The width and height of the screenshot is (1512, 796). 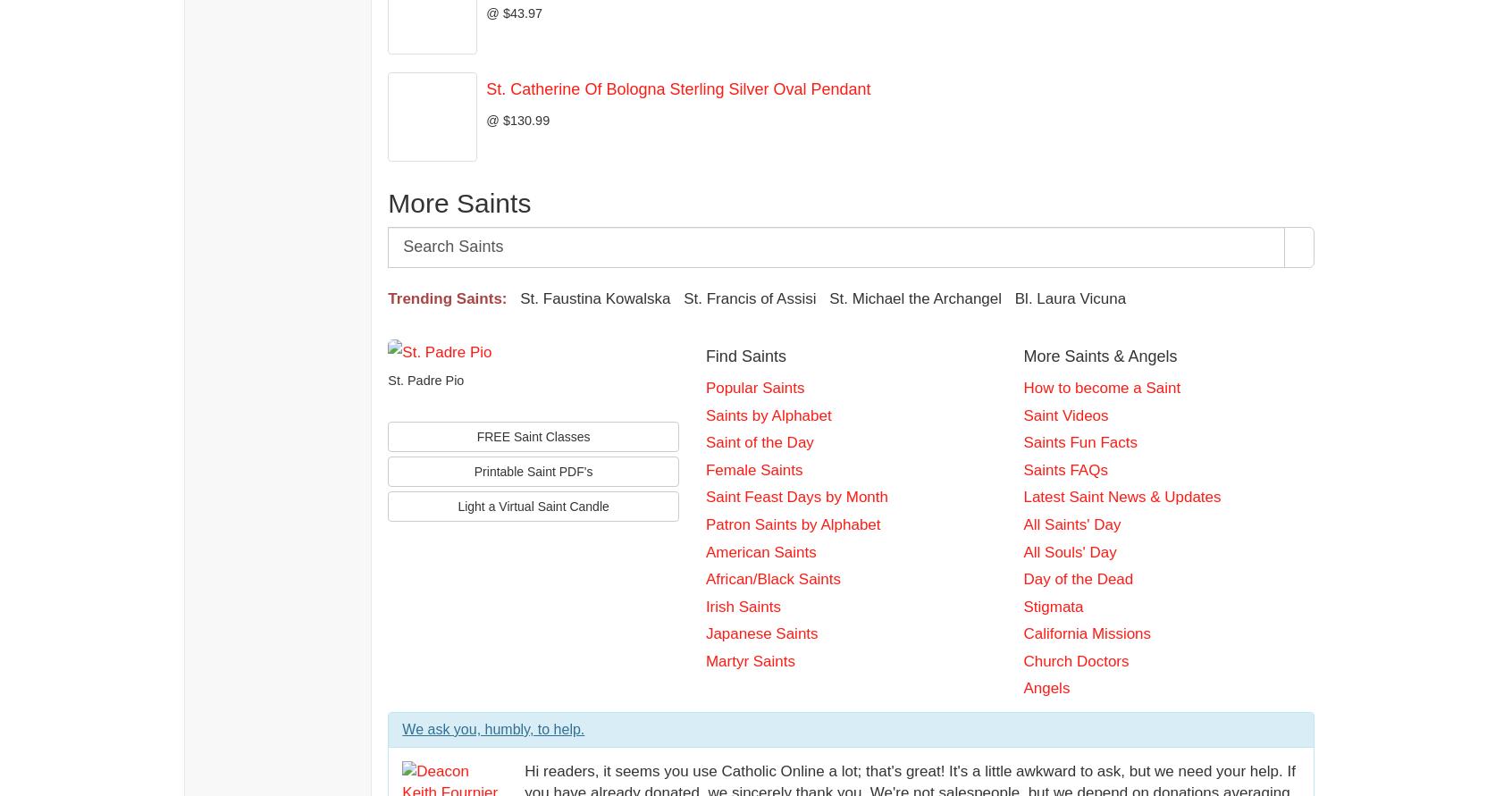 I want to click on 'Stigmata', so click(x=1052, y=605).